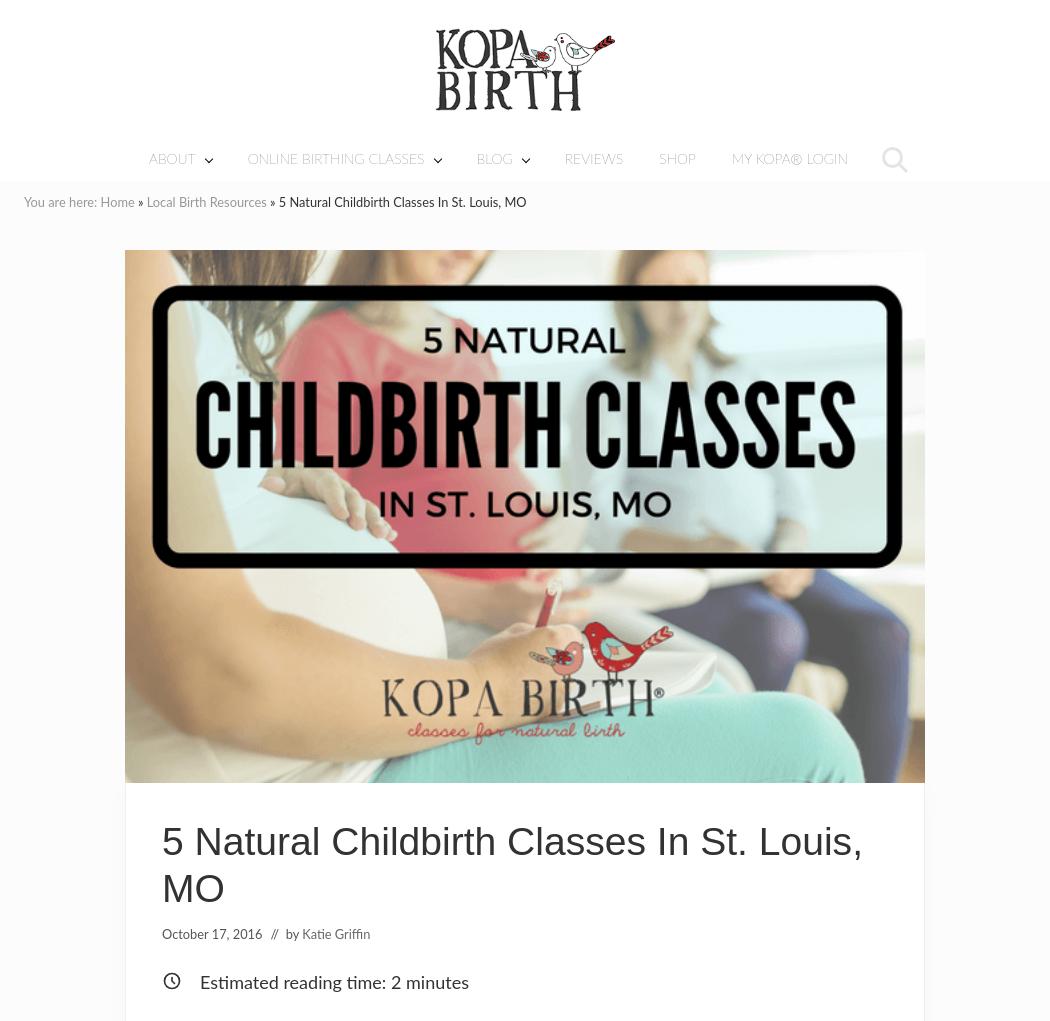 The image size is (1050, 1021). Describe the element at coordinates (336, 934) in the screenshot. I see `'Katie Griffin'` at that location.